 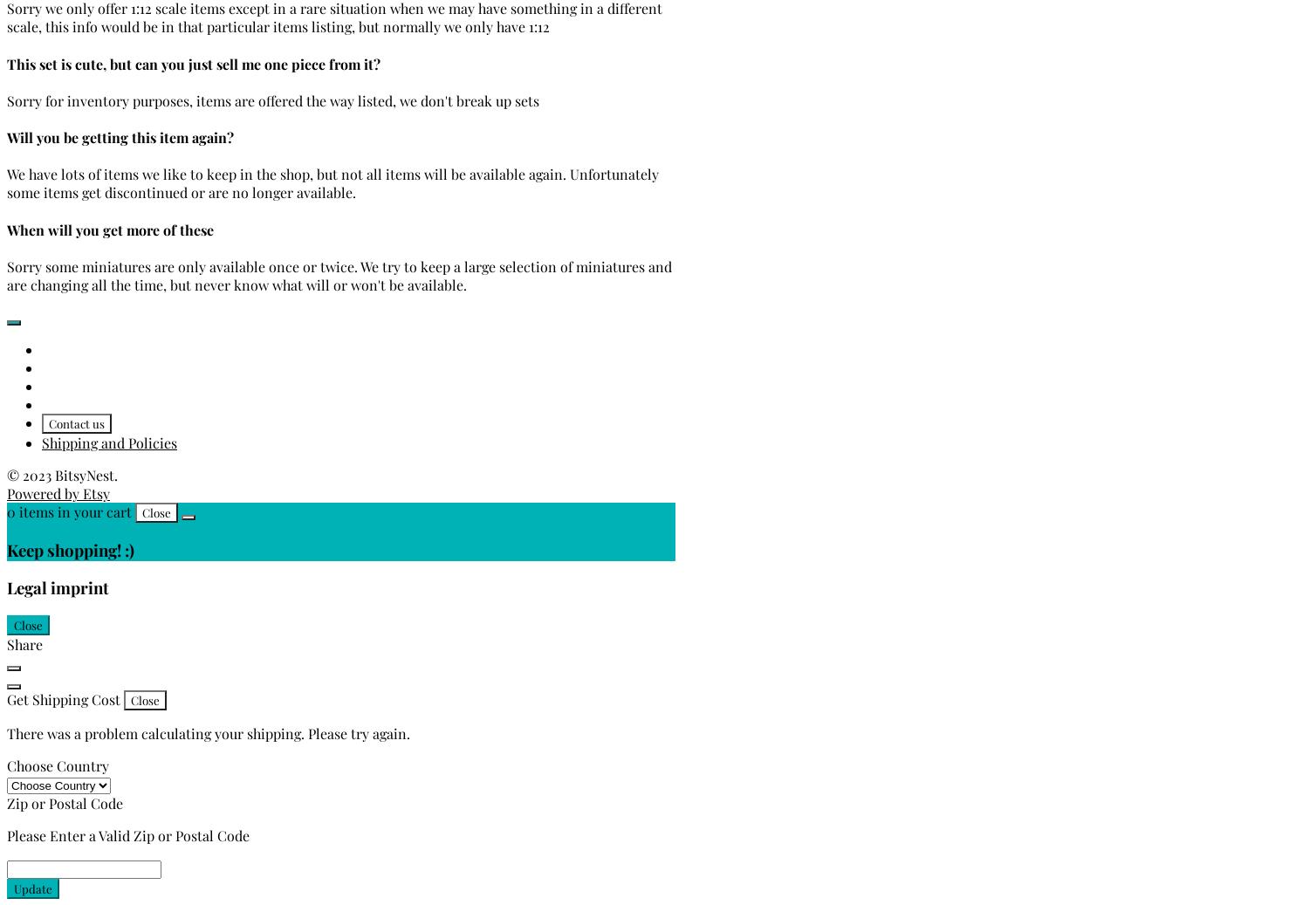 I want to click on 'This set is cute, but can you just sell me one piece from it?', so click(x=6, y=62).